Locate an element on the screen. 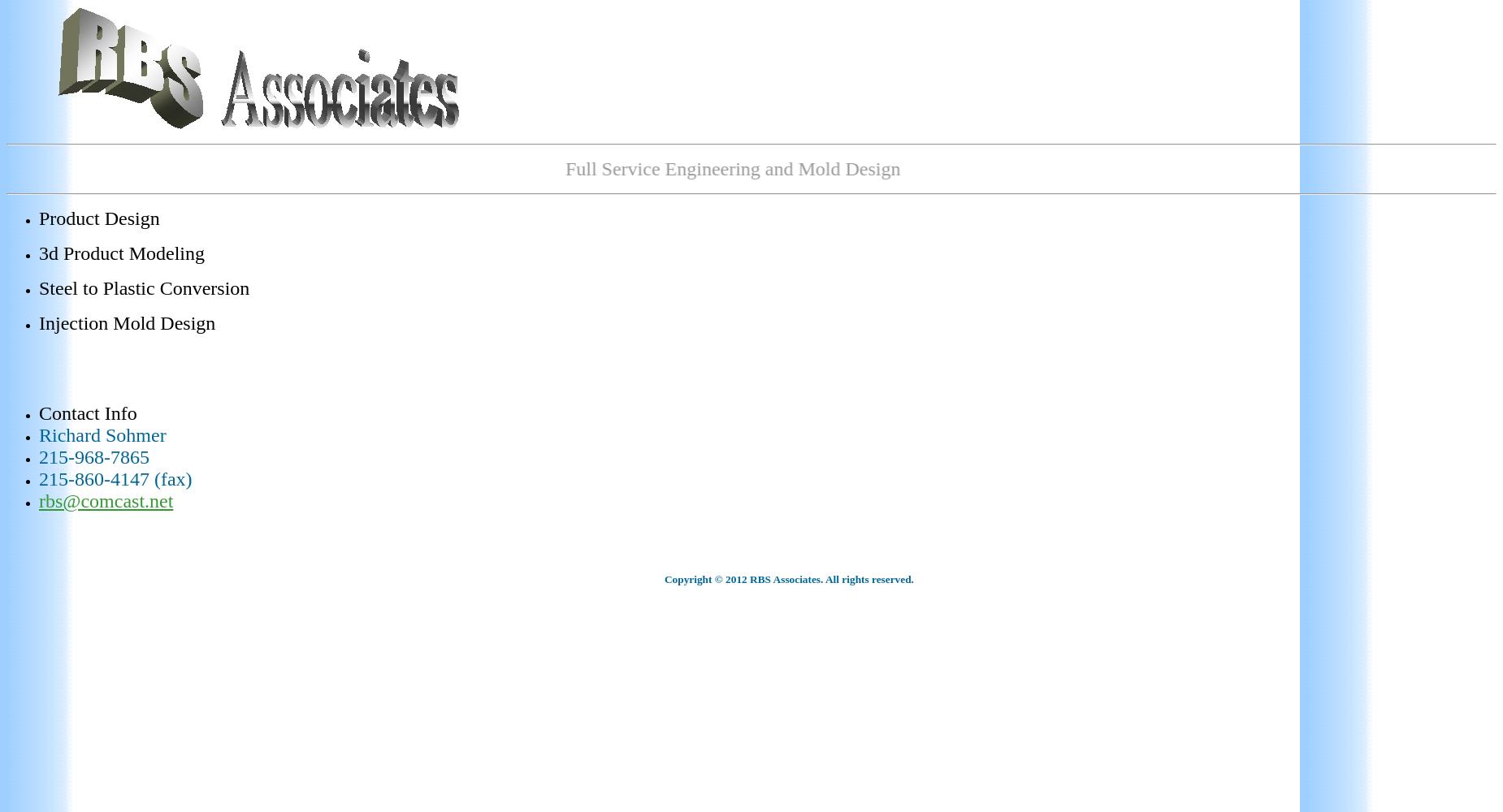 This screenshot has width=1503, height=812. 'Contact Info' is located at coordinates (87, 413).